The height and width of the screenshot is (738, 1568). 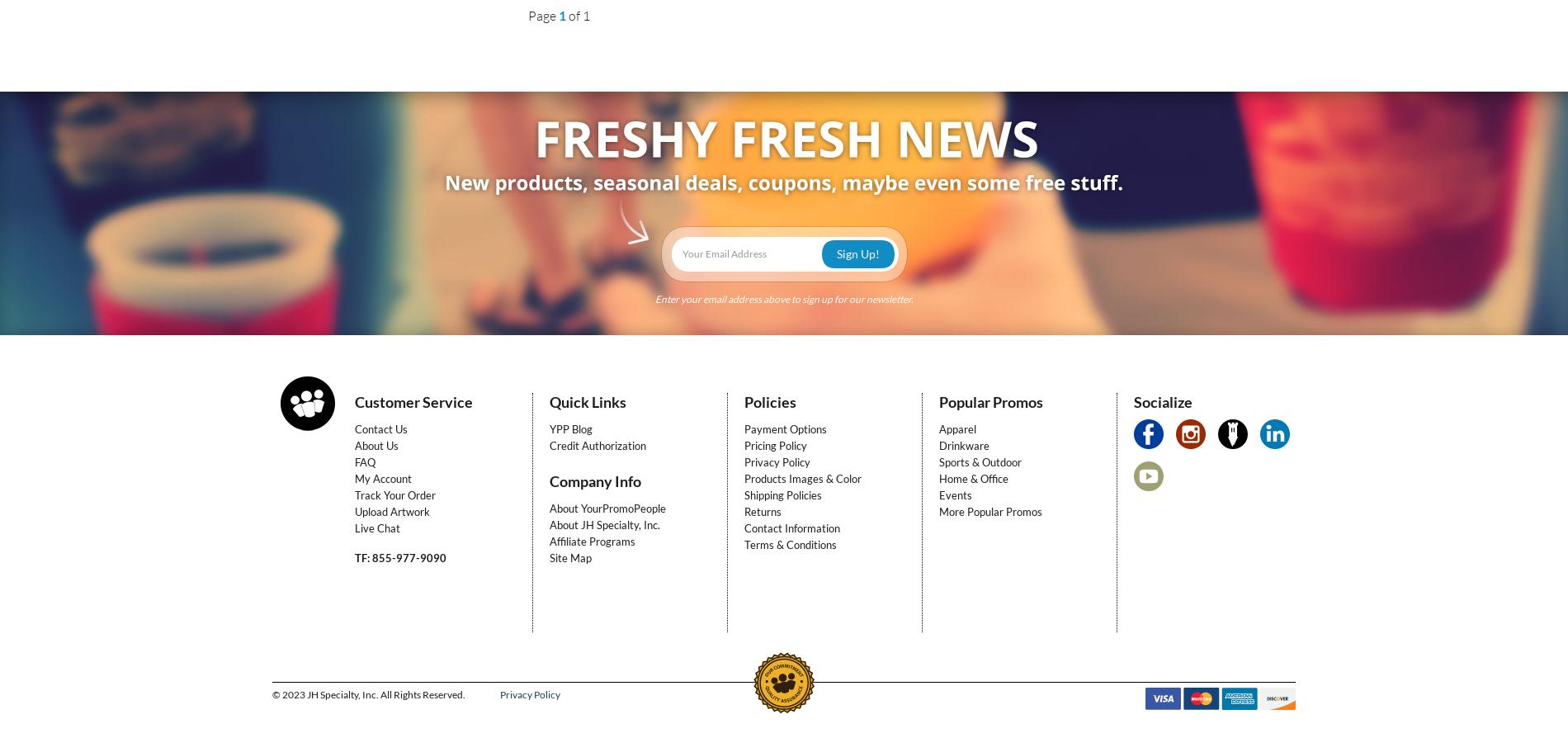 What do you see at coordinates (527, 16) in the screenshot?
I see `'Page'` at bounding box center [527, 16].